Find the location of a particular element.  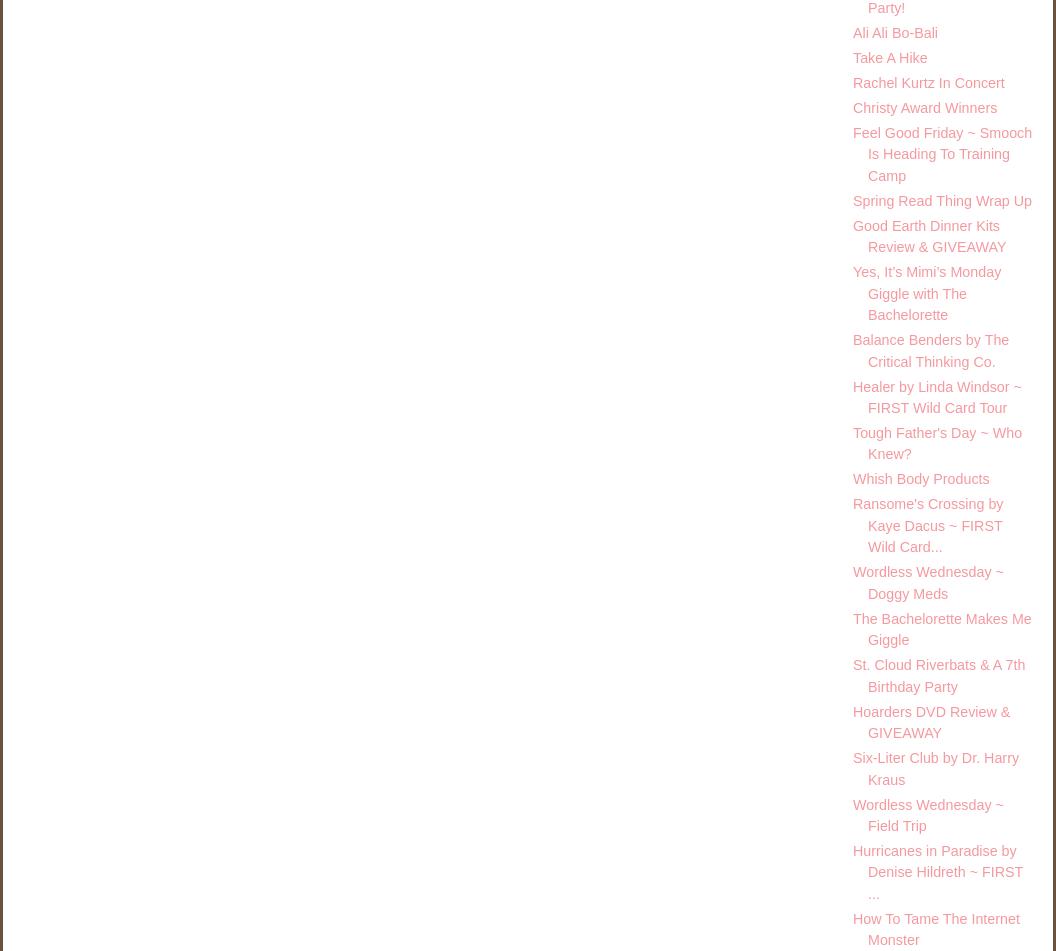

'Wordless Wednesday ~ Doggy Meds' is located at coordinates (928, 581).